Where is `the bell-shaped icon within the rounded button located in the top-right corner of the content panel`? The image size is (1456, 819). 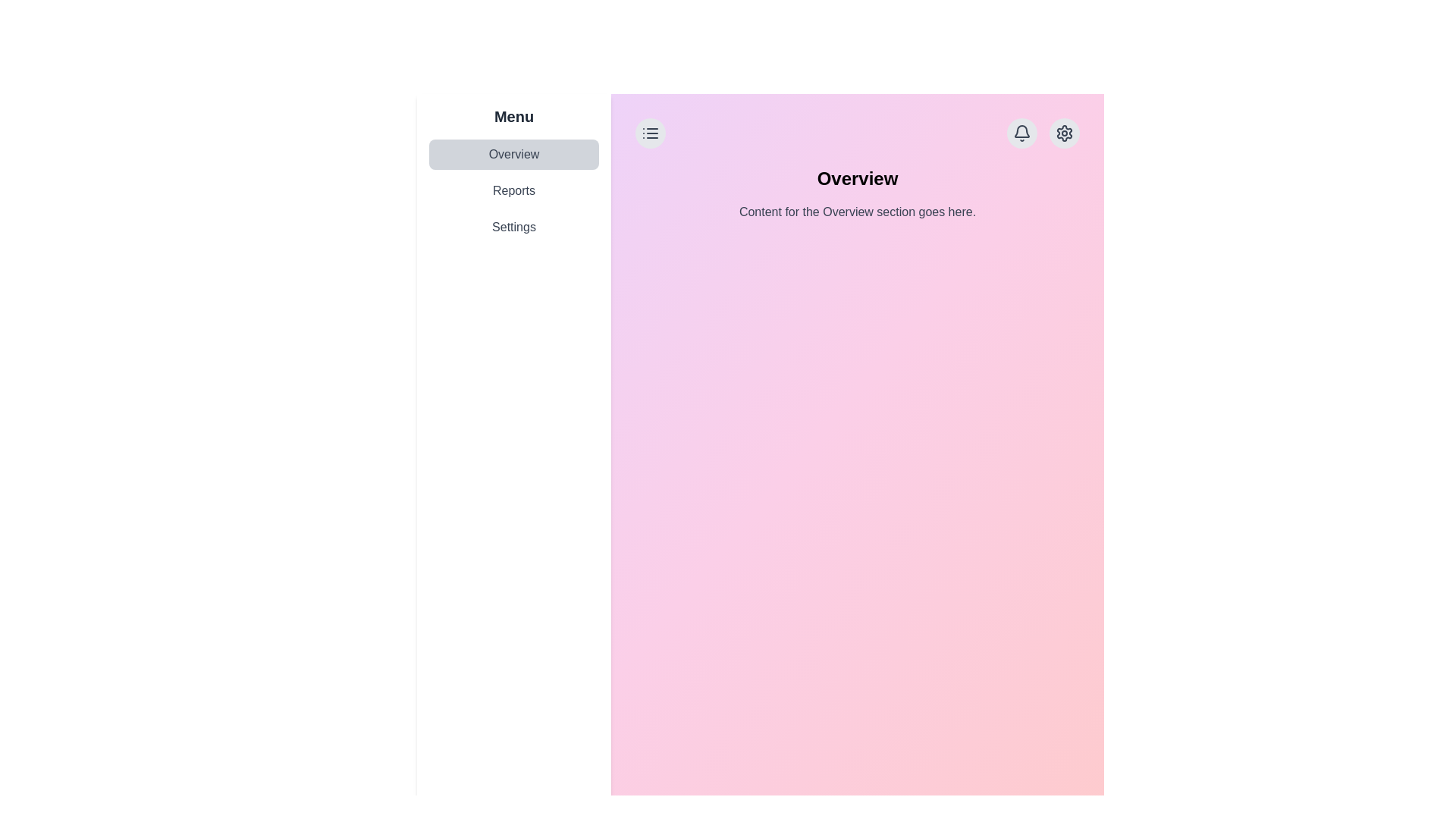
the bell-shaped icon within the rounded button located in the top-right corner of the content panel is located at coordinates (1022, 133).